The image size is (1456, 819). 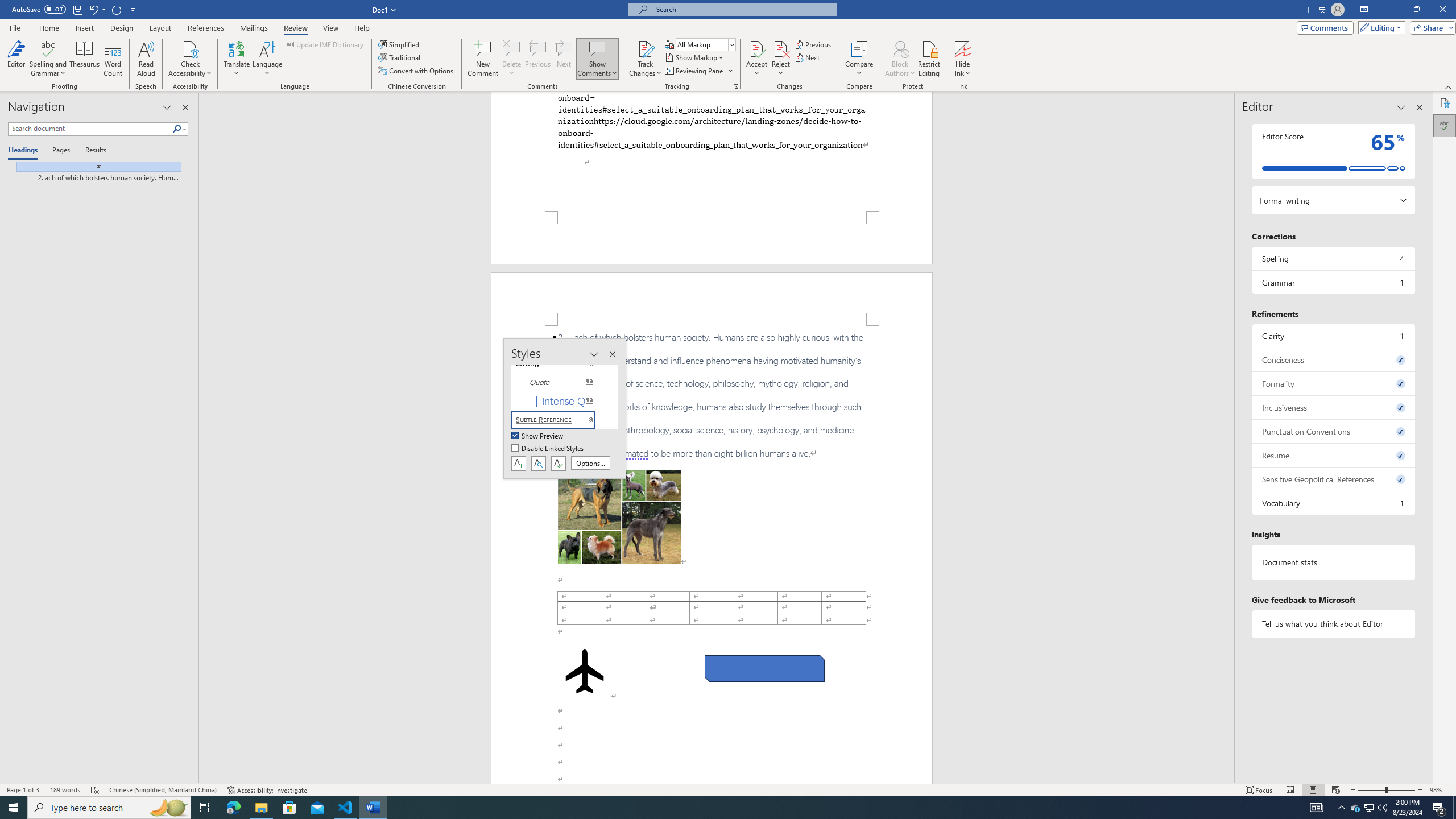 What do you see at coordinates (1333, 383) in the screenshot?
I see `'Formality, 0 issues. Press space or enter to review items.'` at bounding box center [1333, 383].